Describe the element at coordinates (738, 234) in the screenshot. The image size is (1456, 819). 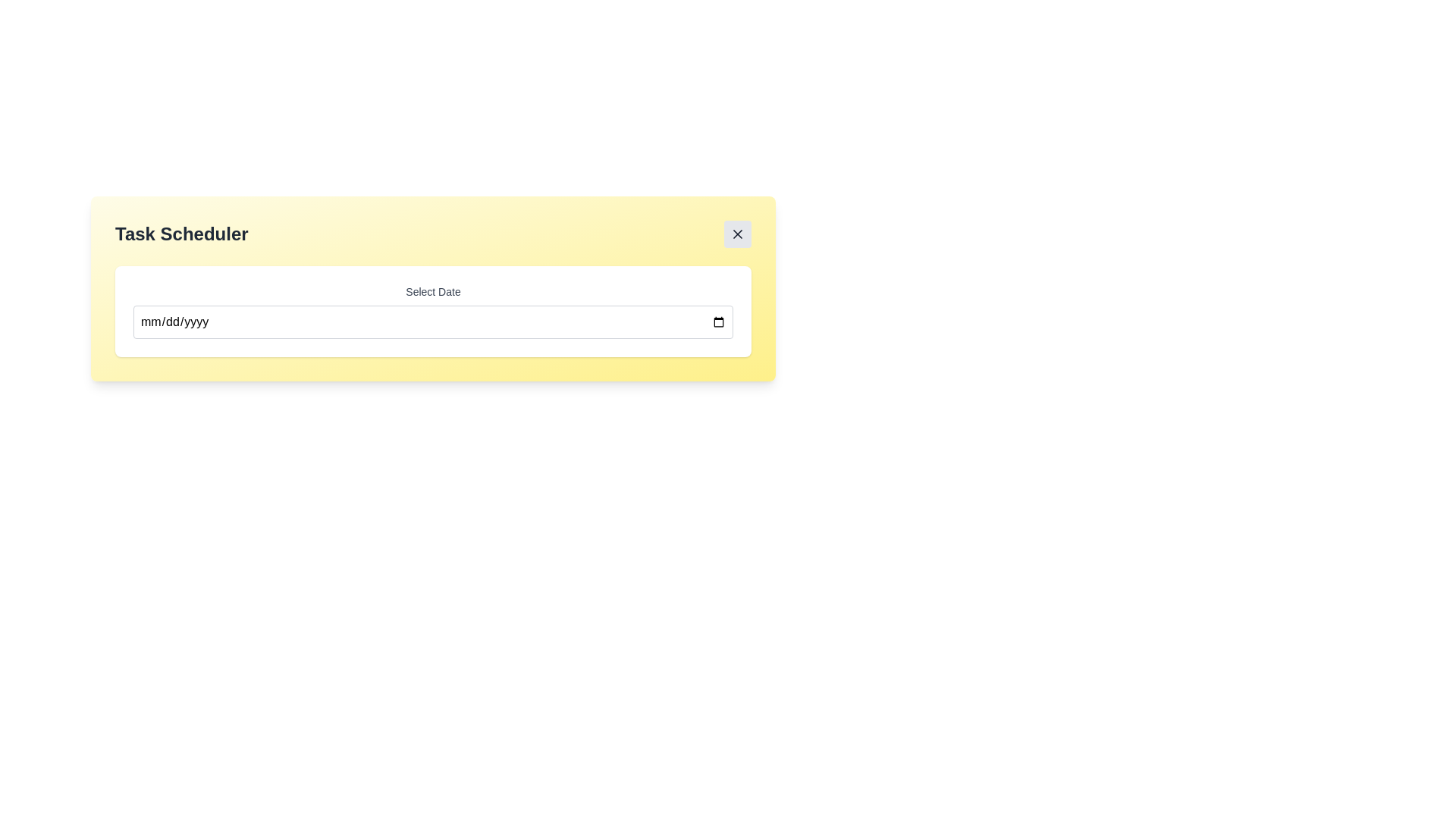
I see `the minimalistic close button with an 'X' icon located at the top-right corner of the 'Task Scheduler' interface` at that location.